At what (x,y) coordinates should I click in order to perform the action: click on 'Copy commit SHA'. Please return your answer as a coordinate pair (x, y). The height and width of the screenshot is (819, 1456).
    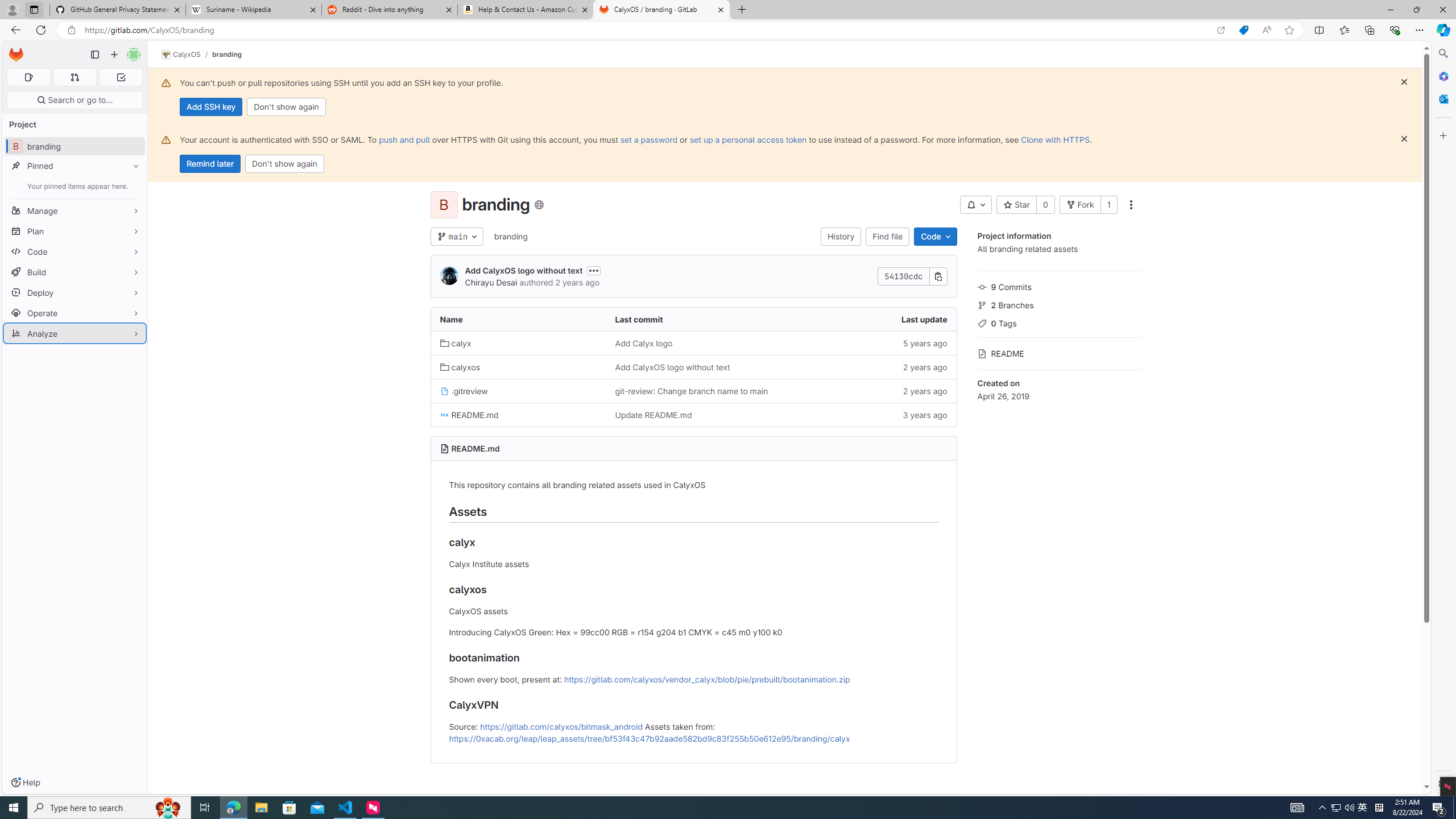
    Looking at the image, I should click on (937, 276).